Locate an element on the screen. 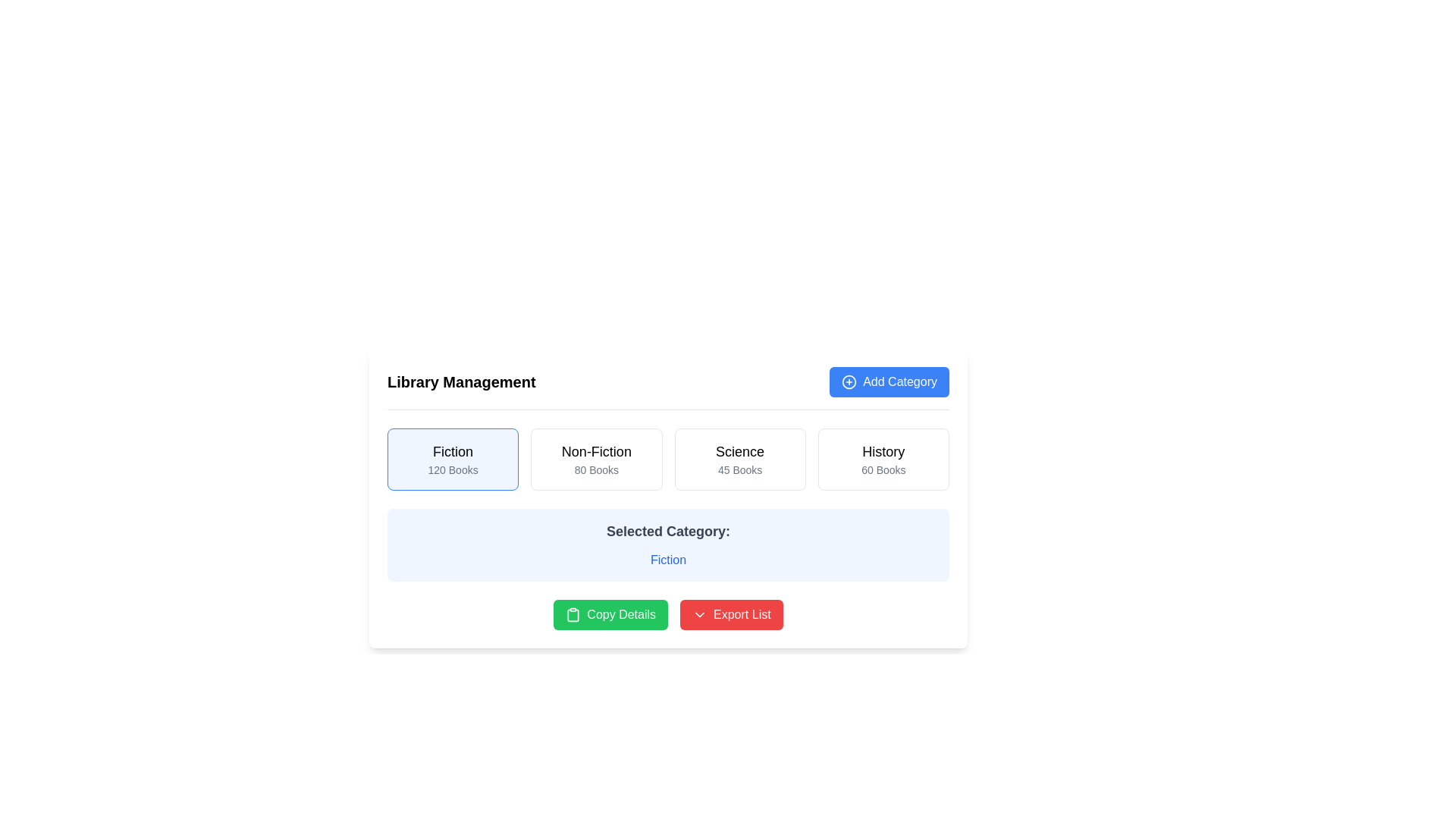 The width and height of the screenshot is (1456, 819). information displayed in the Informational panel that shows the currently selected category, including the title and the category name 'Fiction' is located at coordinates (667, 544).